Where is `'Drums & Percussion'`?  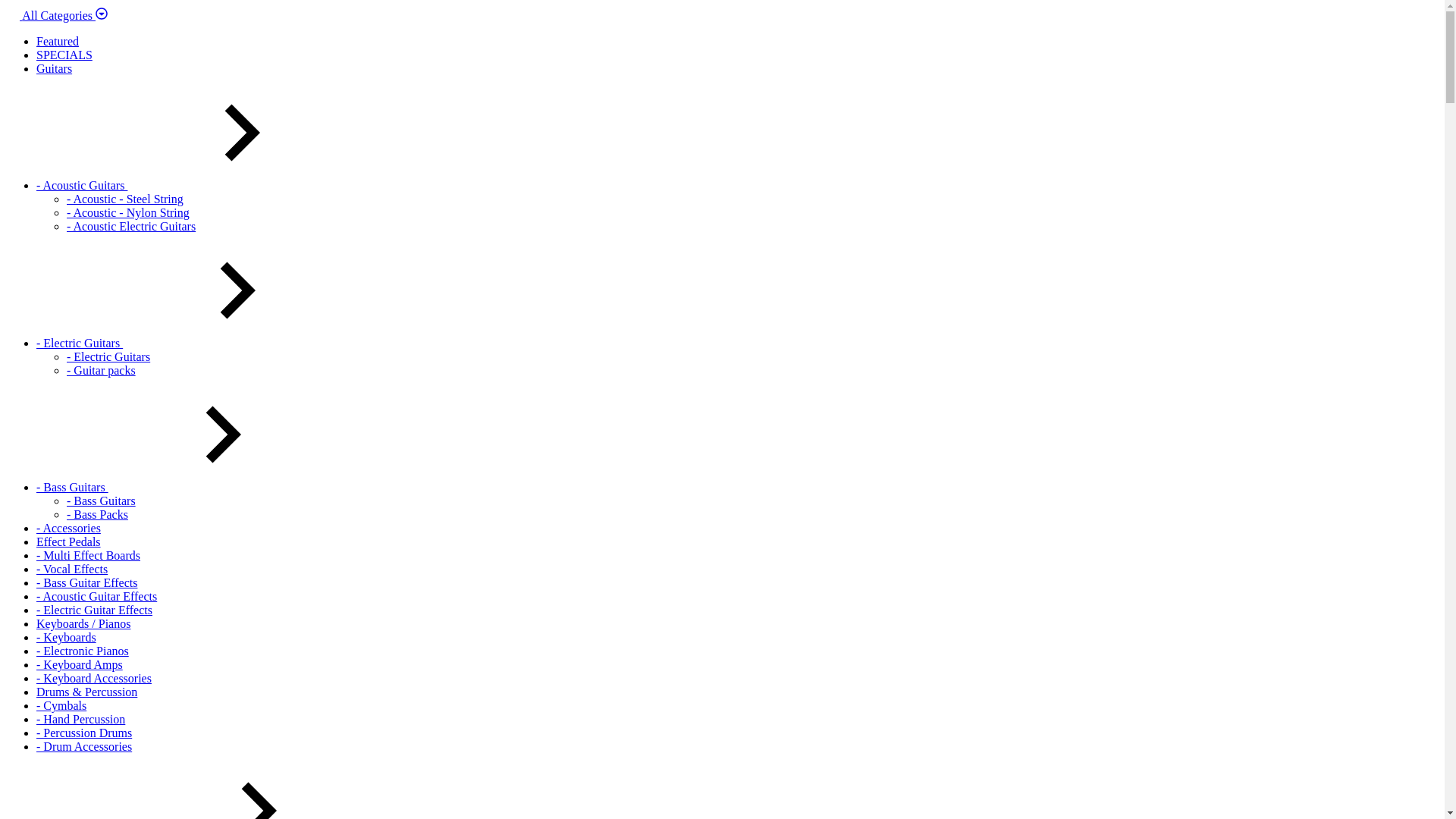 'Drums & Percussion' is located at coordinates (86, 692).